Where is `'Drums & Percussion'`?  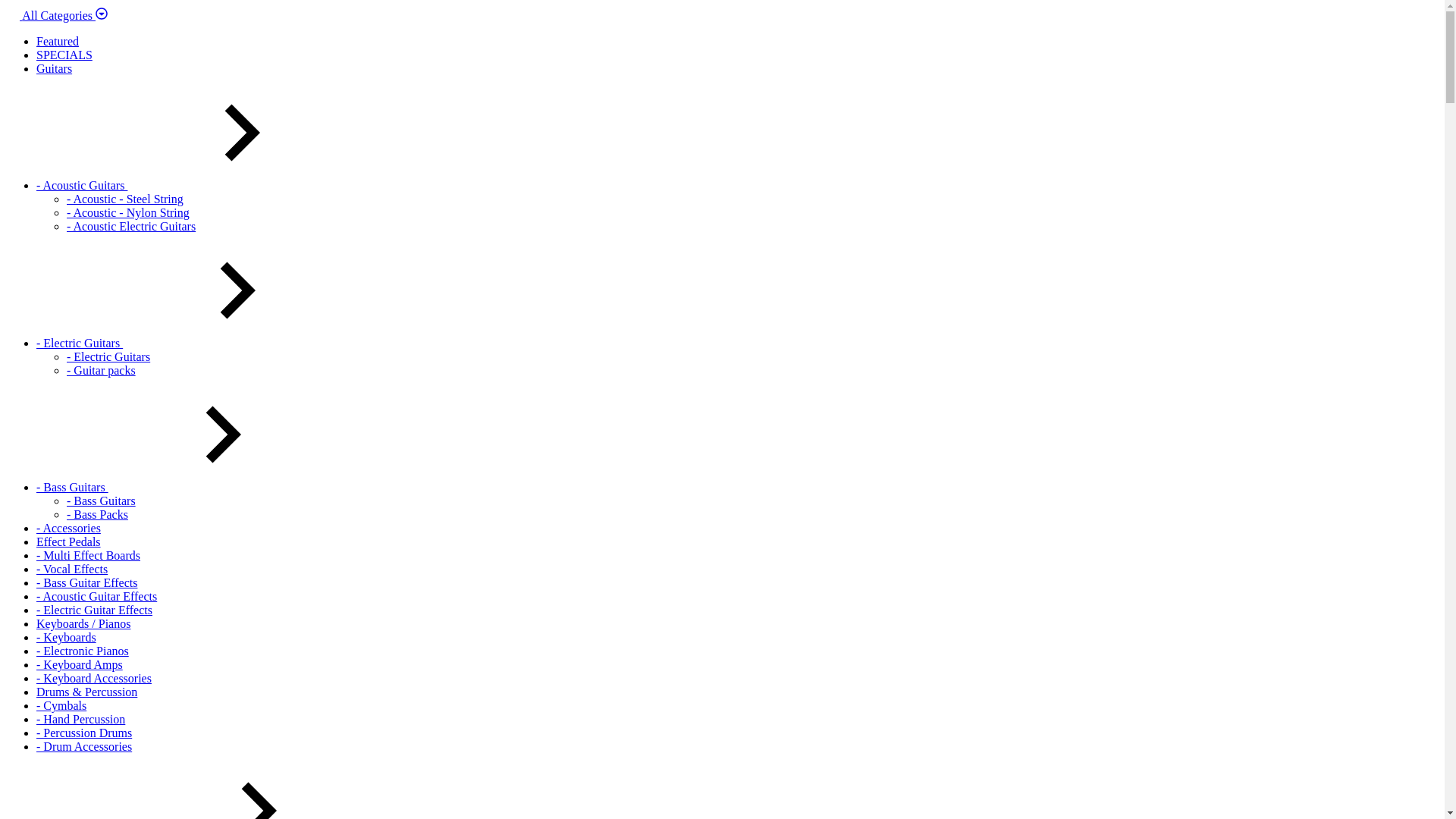 'Drums & Percussion' is located at coordinates (86, 692).